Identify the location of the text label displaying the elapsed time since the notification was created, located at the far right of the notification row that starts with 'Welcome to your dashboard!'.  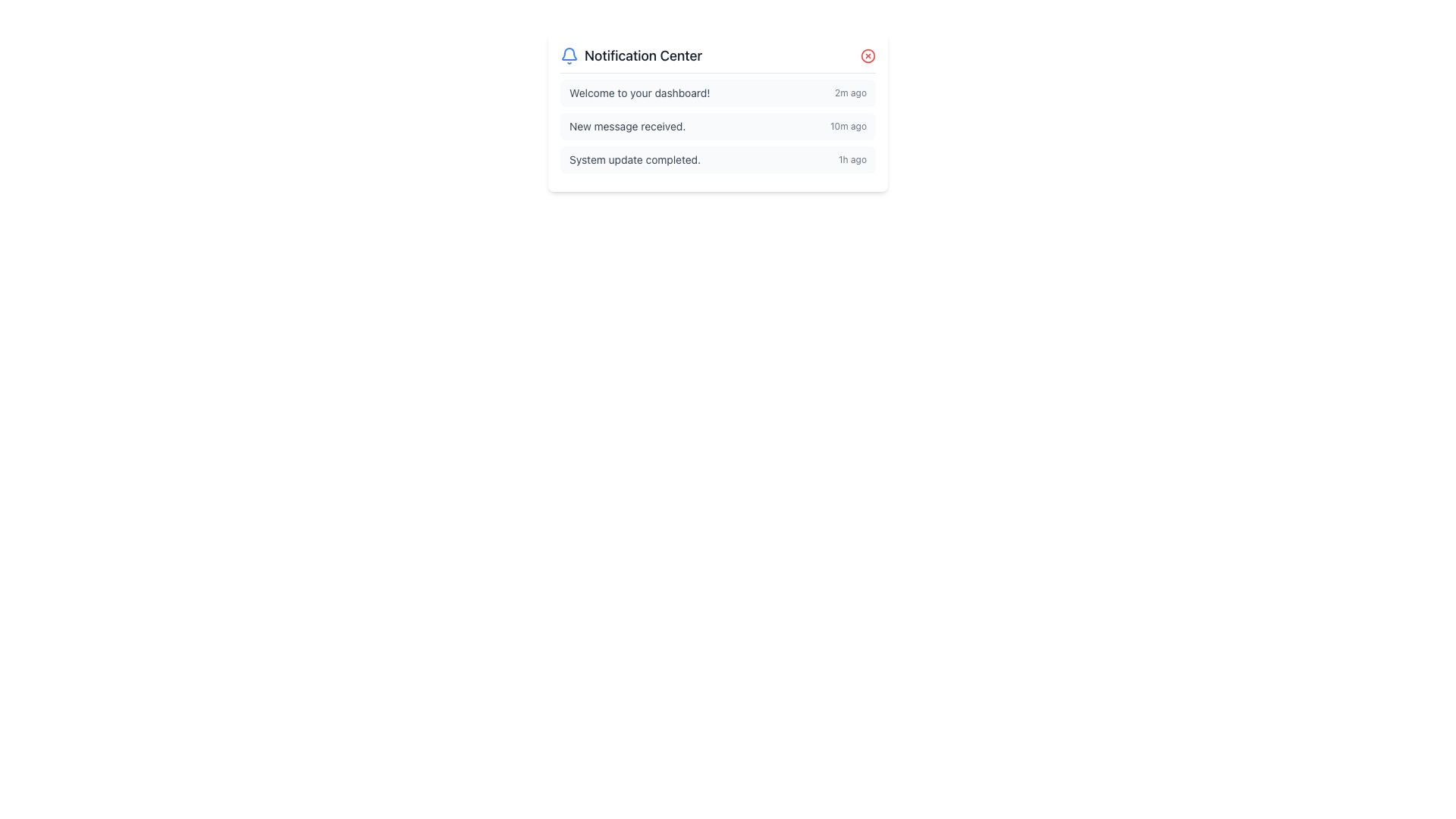
(850, 93).